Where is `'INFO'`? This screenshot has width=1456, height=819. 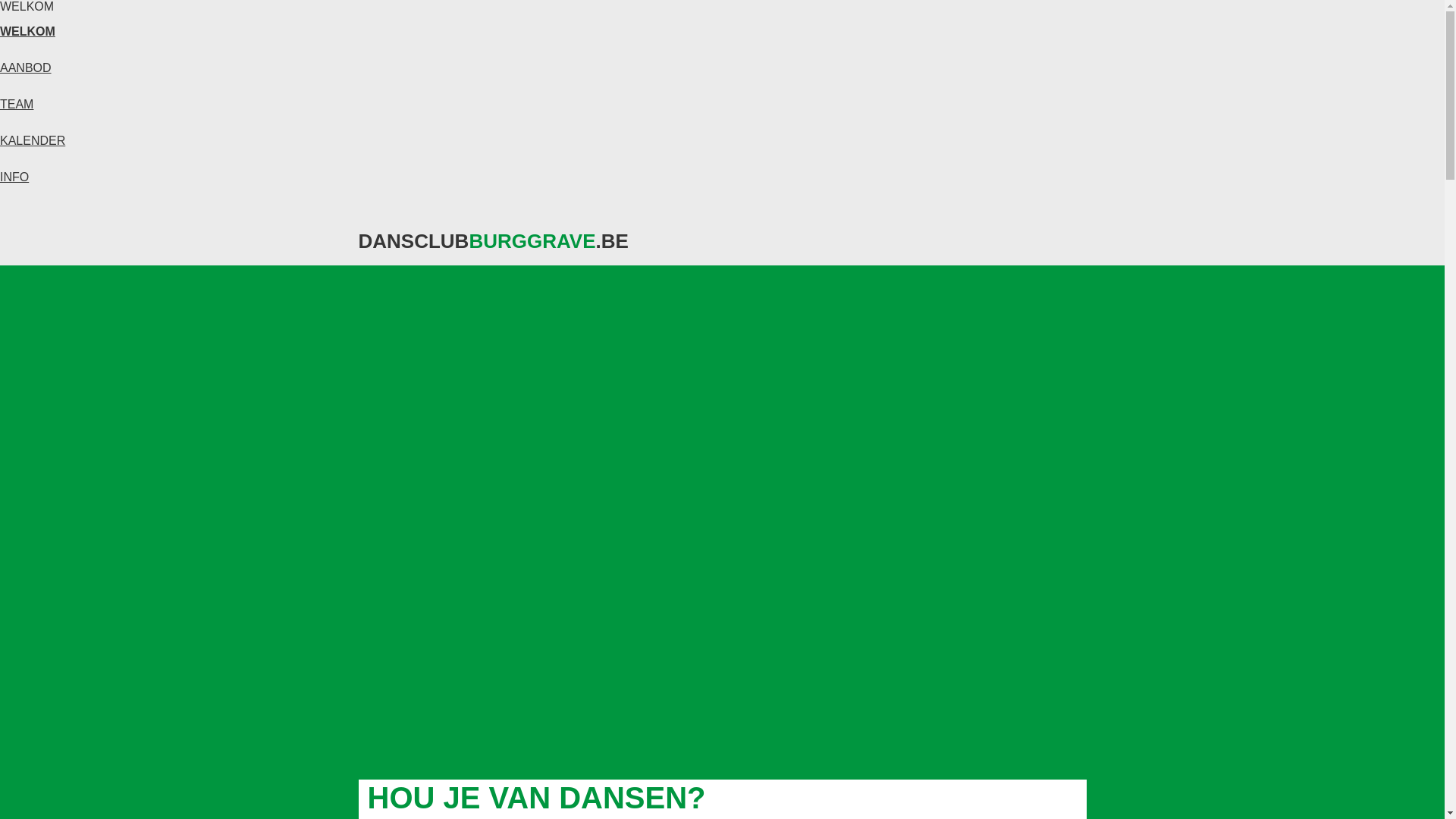 'INFO' is located at coordinates (14, 176).